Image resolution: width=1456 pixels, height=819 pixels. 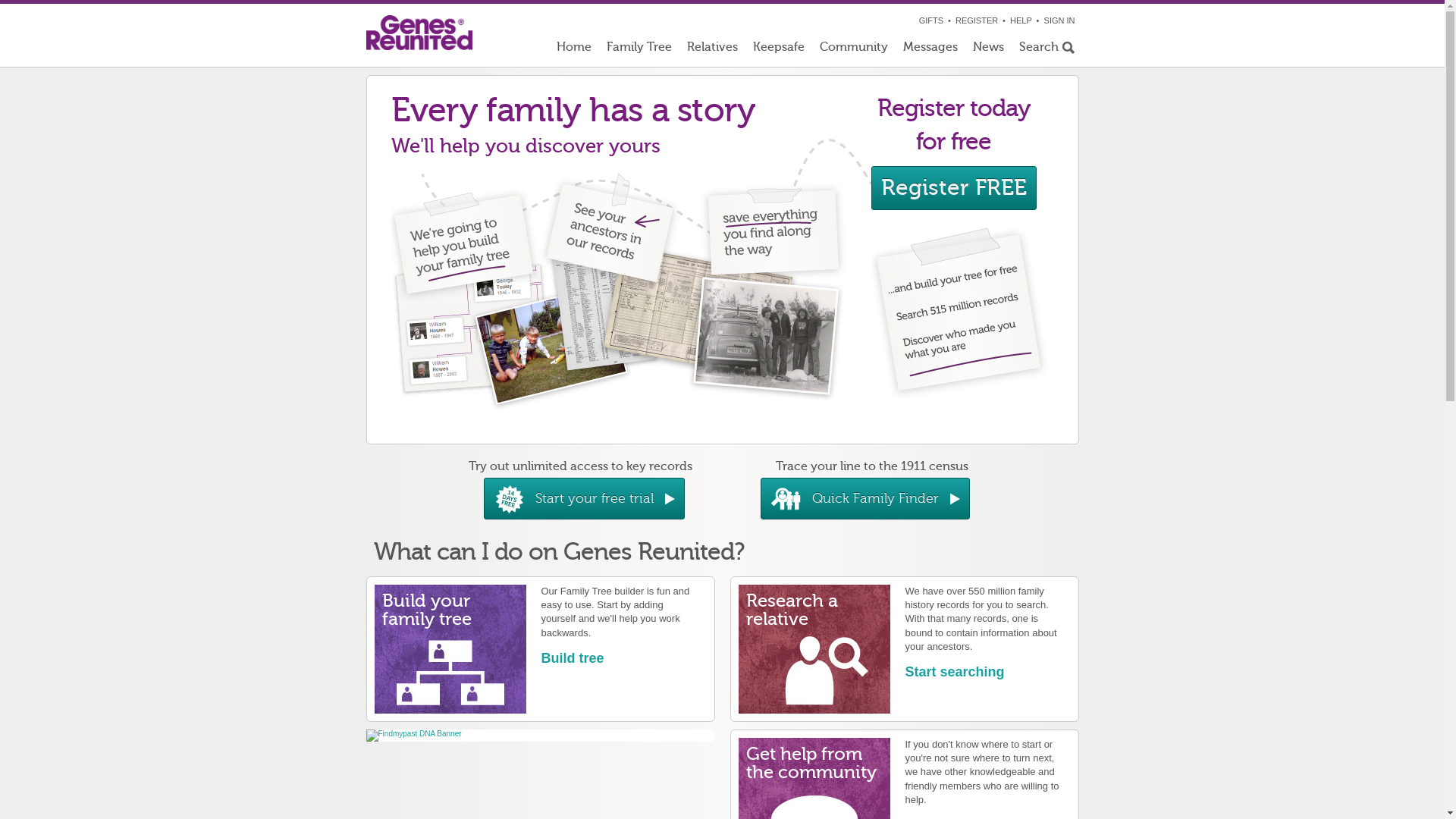 I want to click on 'Start your free trial', so click(x=583, y=498).